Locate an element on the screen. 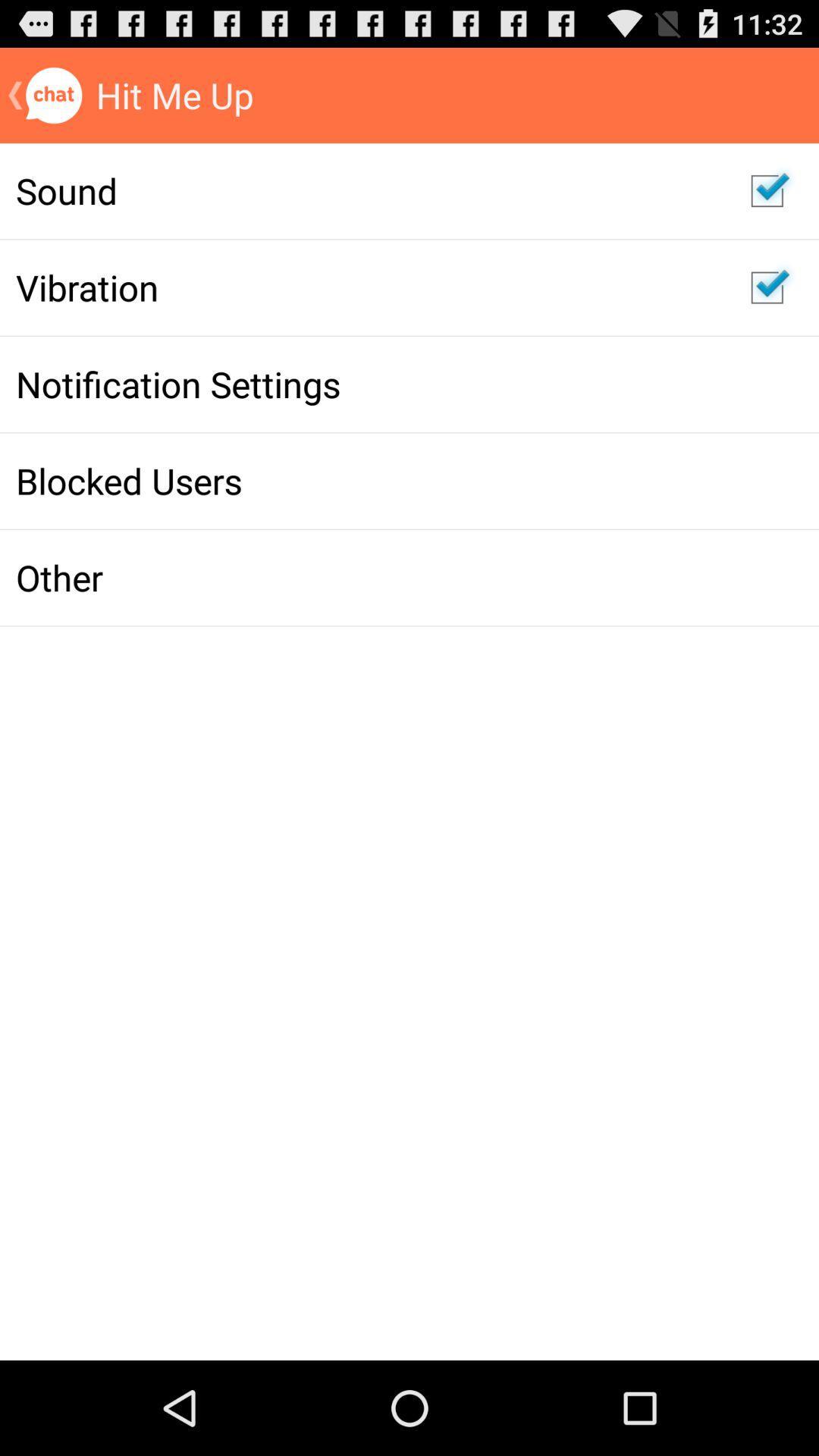  vibration checkbox is located at coordinates (767, 287).